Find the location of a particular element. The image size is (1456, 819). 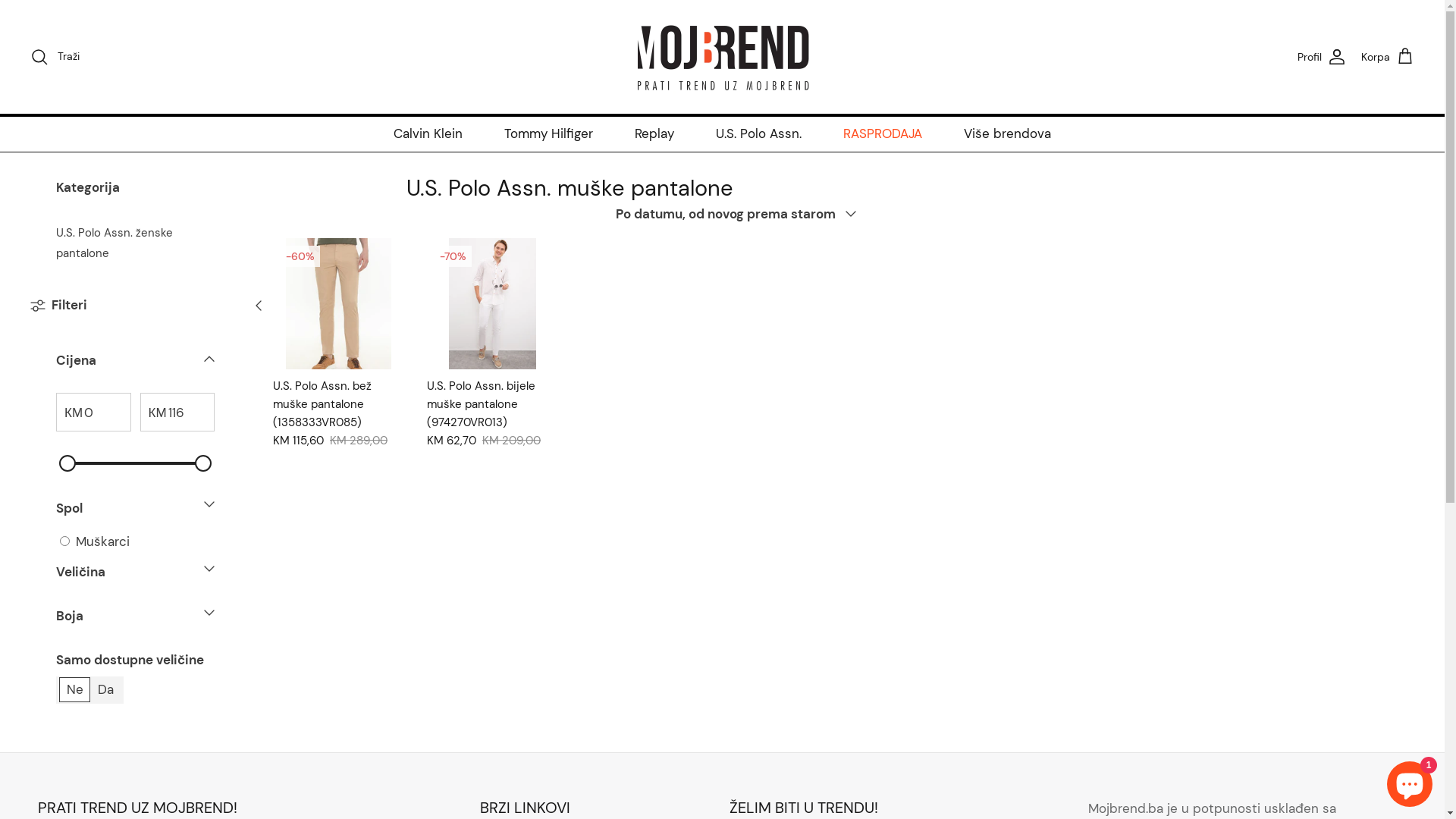

'Replay' is located at coordinates (615, 133).